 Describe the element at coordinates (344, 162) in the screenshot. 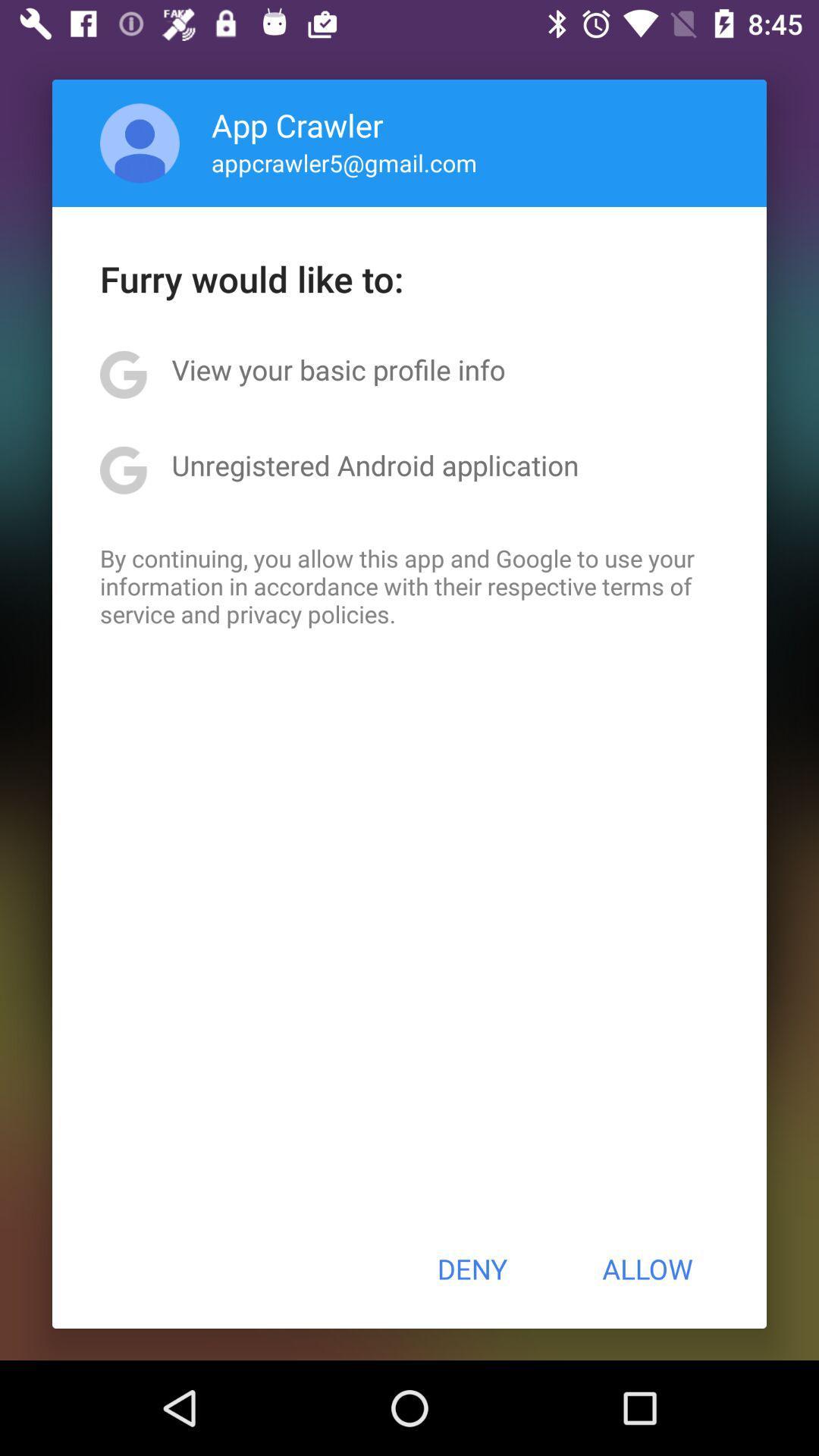

I see `the icon below app crawler` at that location.